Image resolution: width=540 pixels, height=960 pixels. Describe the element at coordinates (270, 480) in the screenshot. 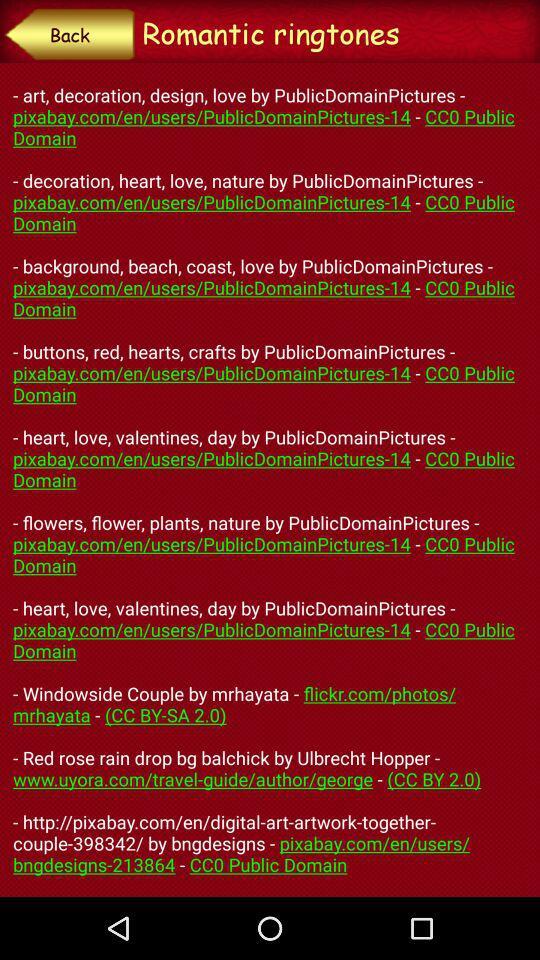

I see `the endless love songs` at that location.